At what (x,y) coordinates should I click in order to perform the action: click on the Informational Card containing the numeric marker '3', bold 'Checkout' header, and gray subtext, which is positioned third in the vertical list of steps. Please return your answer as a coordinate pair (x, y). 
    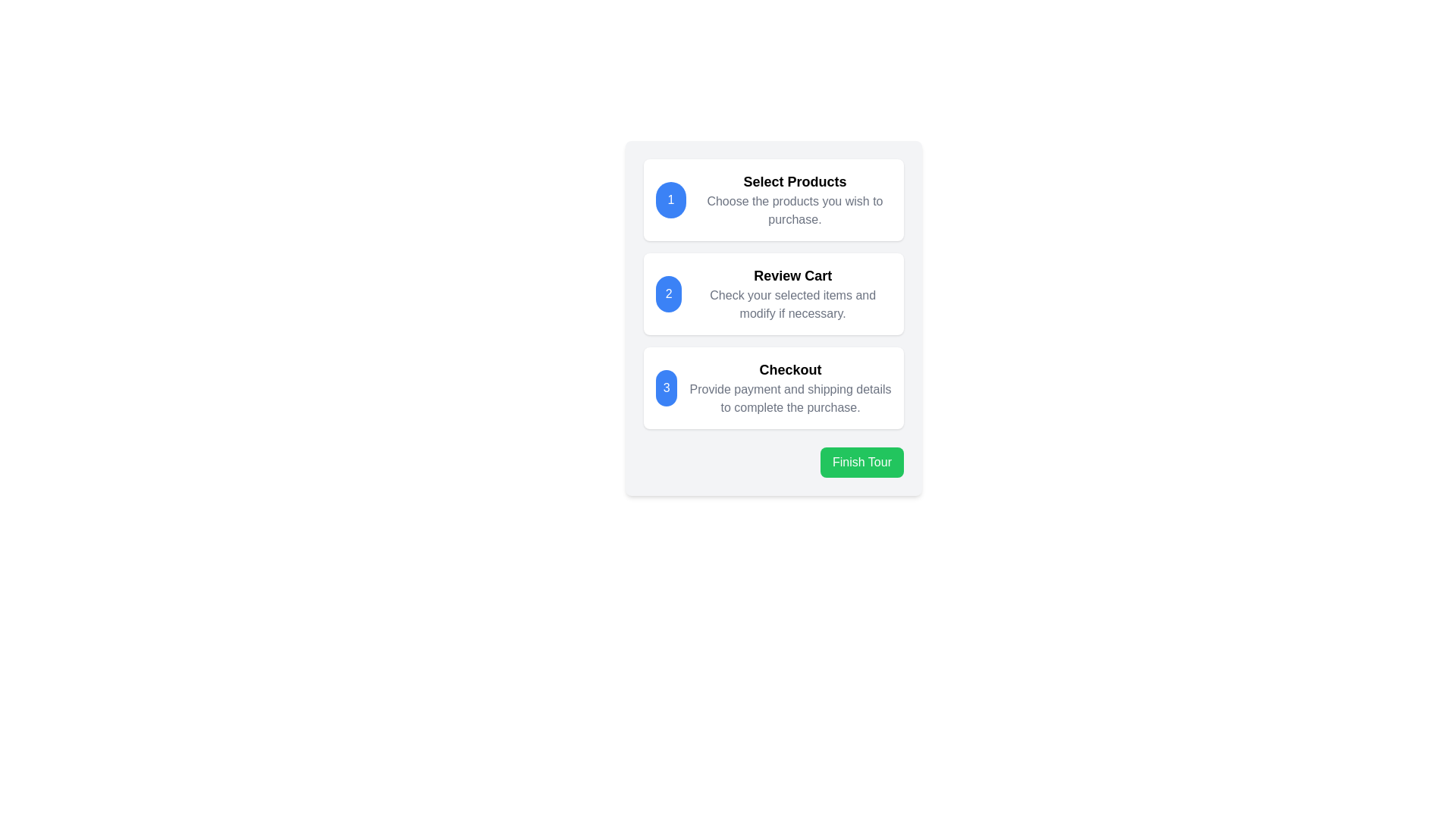
    Looking at the image, I should click on (773, 388).